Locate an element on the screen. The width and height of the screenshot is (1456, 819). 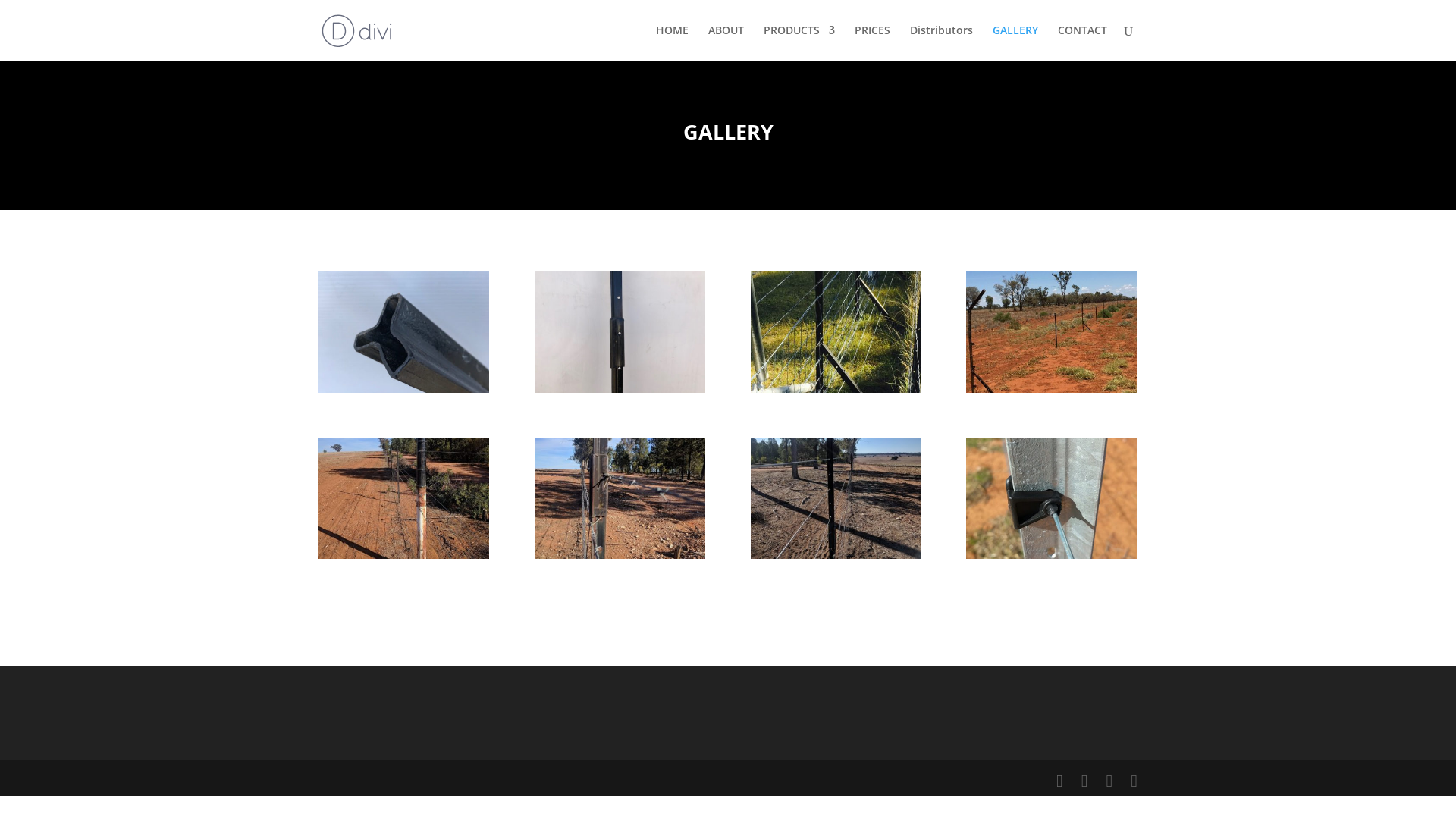
'ABOUT' is located at coordinates (725, 42).